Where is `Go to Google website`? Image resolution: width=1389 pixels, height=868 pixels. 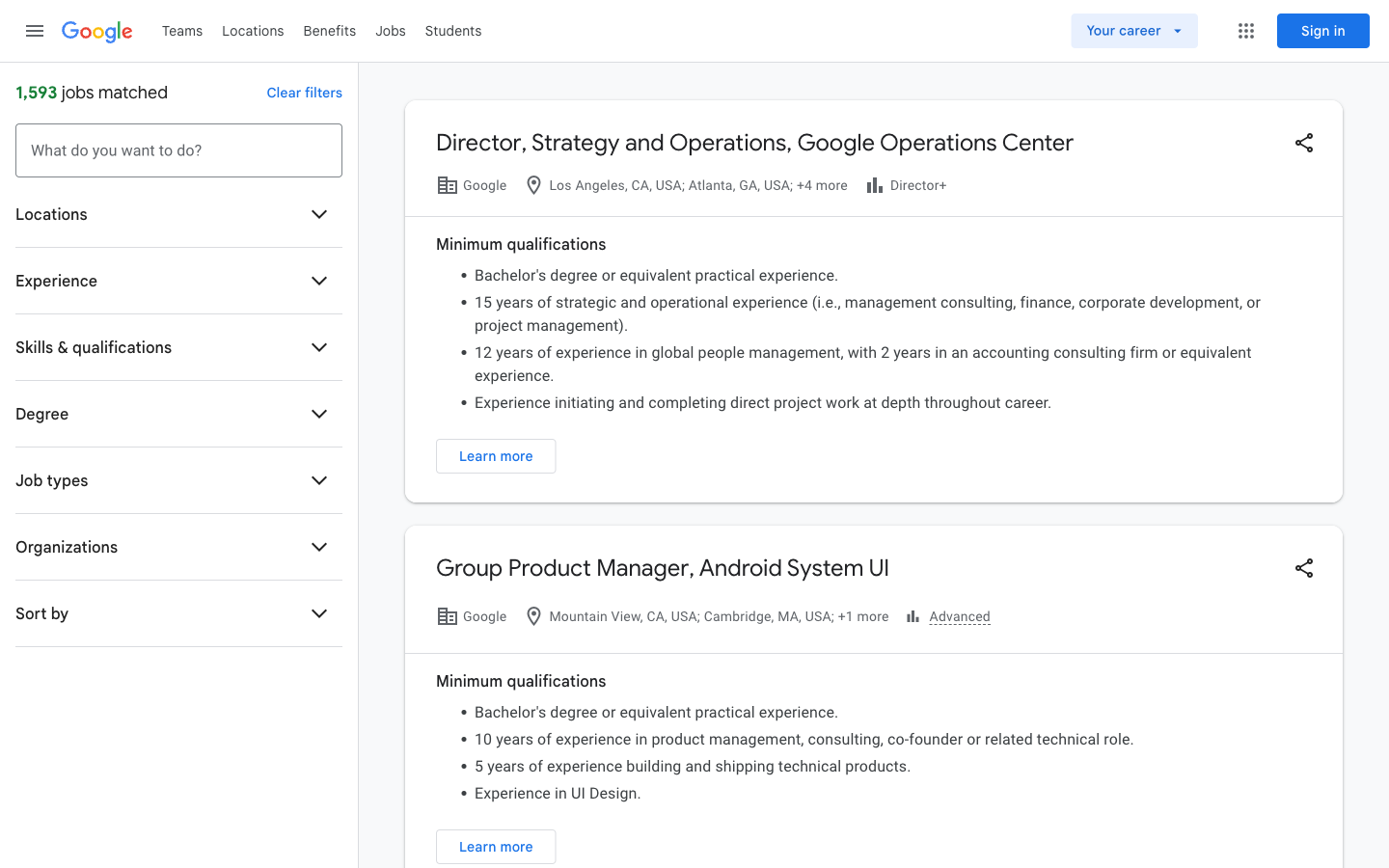 Go to Google website is located at coordinates (96, 32).